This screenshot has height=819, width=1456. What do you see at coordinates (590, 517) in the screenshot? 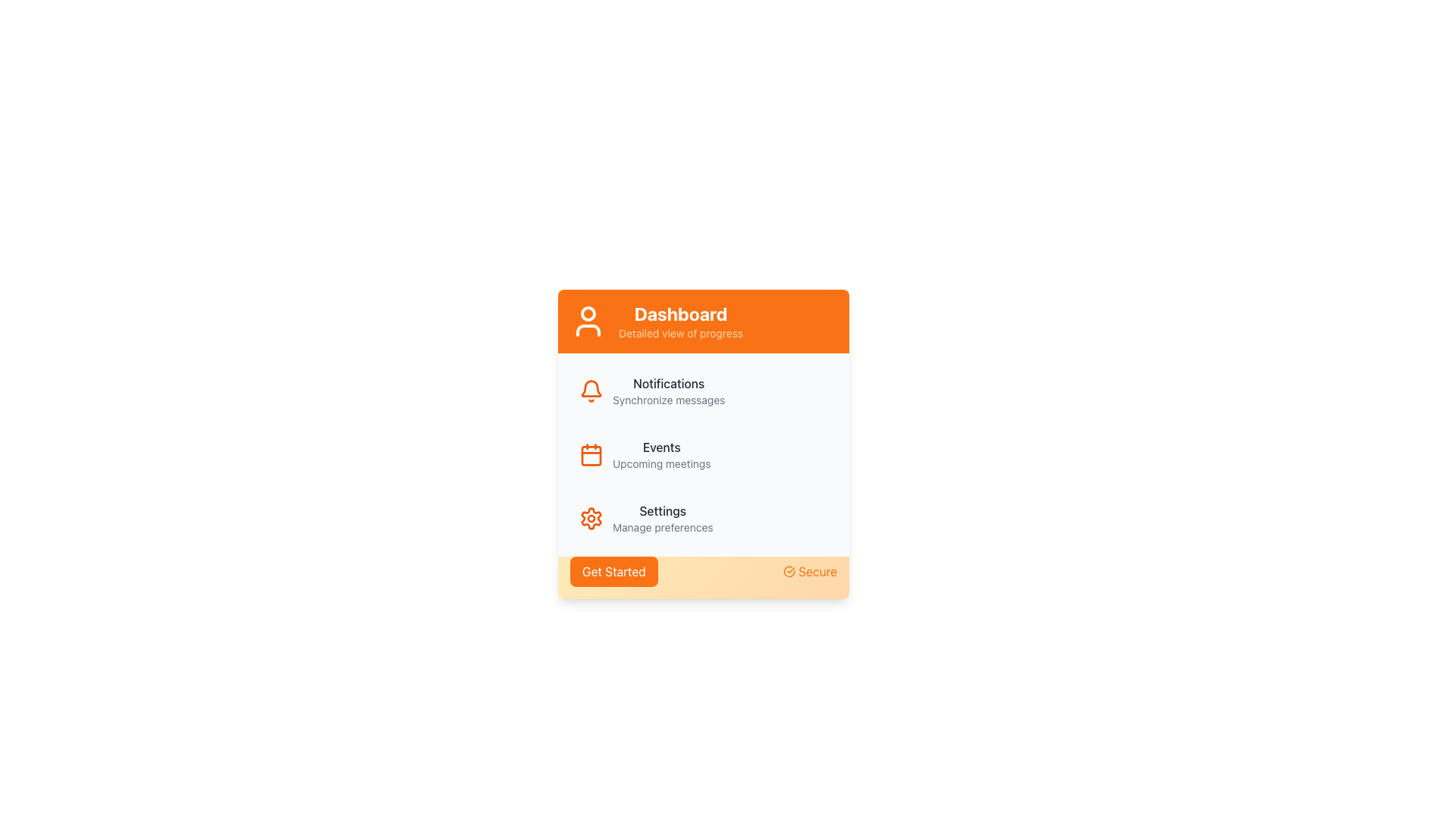
I see `the settings icon located to the left of the text 'Settings'` at bounding box center [590, 517].